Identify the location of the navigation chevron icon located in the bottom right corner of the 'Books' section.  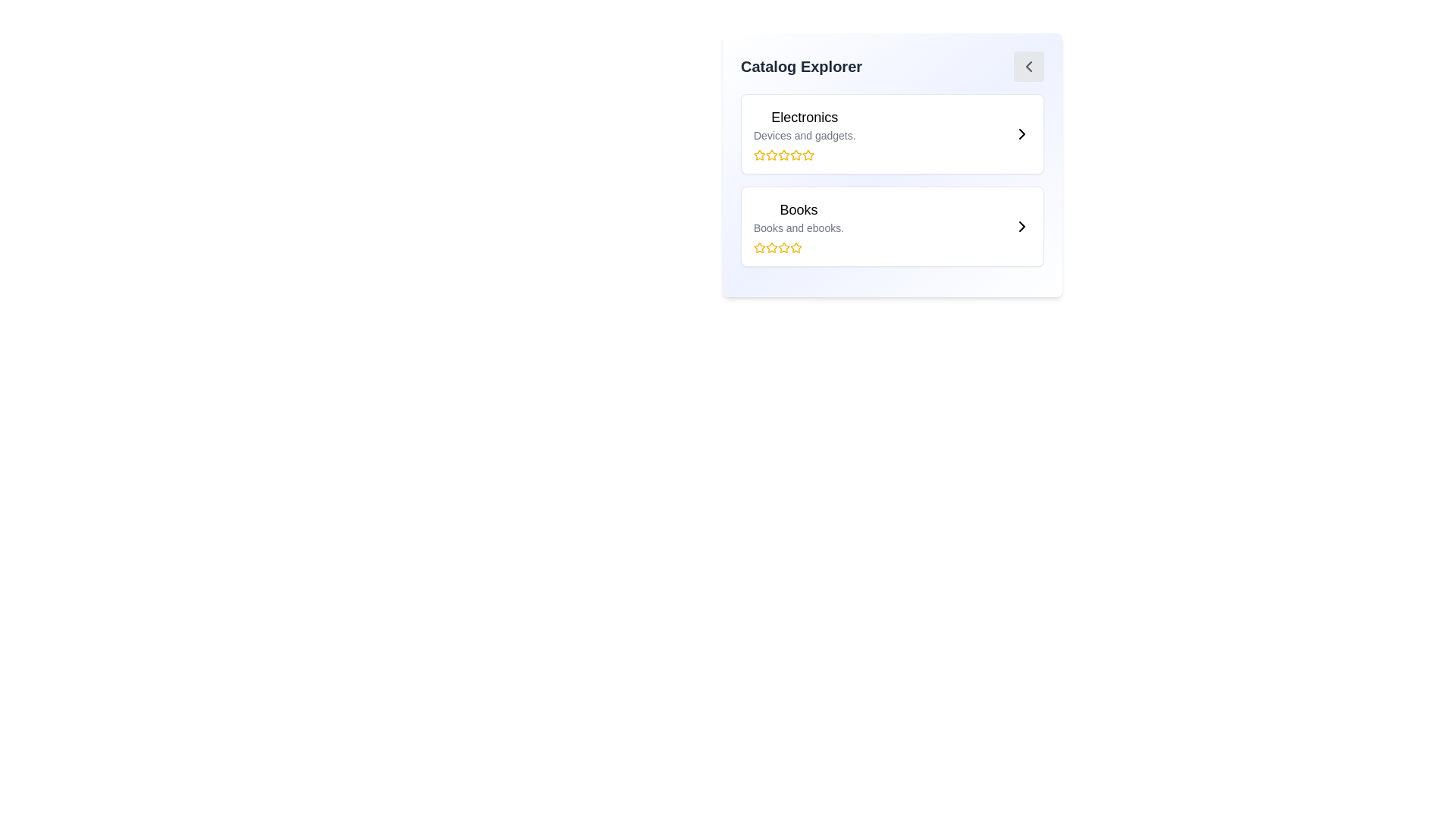
(1022, 227).